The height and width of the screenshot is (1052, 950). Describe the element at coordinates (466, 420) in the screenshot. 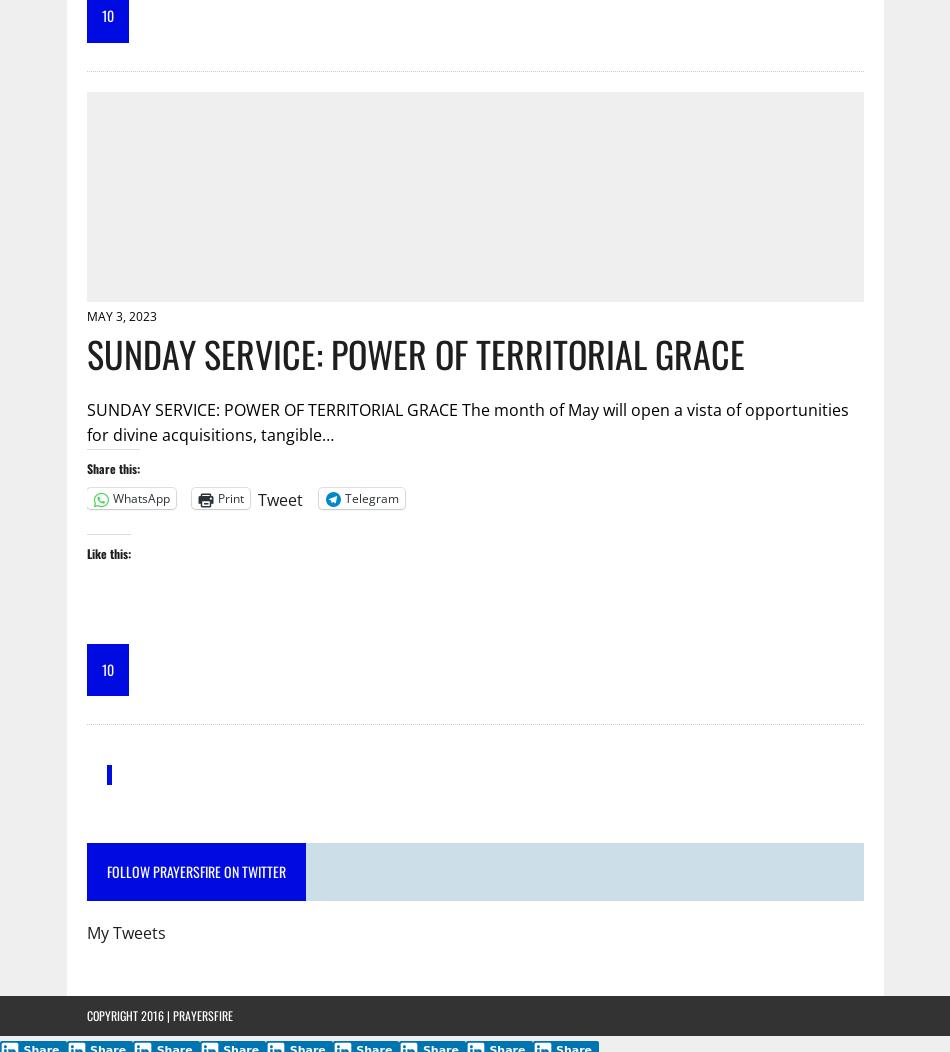

I see `'SUNDAY SERVICE: POWER OF TERRITORIAL GRACE The month of May will open a vista of opportunities for divine acquisitions, tangible…'` at that location.